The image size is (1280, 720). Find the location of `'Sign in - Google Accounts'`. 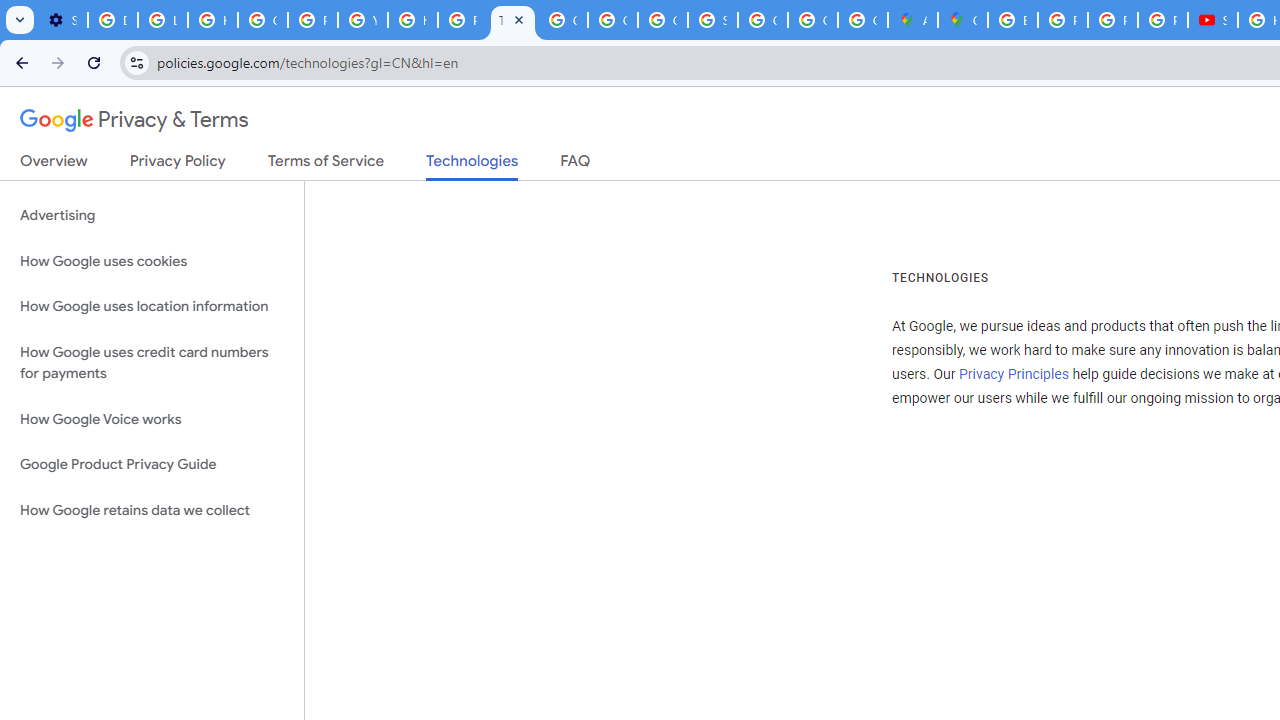

'Sign in - Google Accounts' is located at coordinates (712, 20).